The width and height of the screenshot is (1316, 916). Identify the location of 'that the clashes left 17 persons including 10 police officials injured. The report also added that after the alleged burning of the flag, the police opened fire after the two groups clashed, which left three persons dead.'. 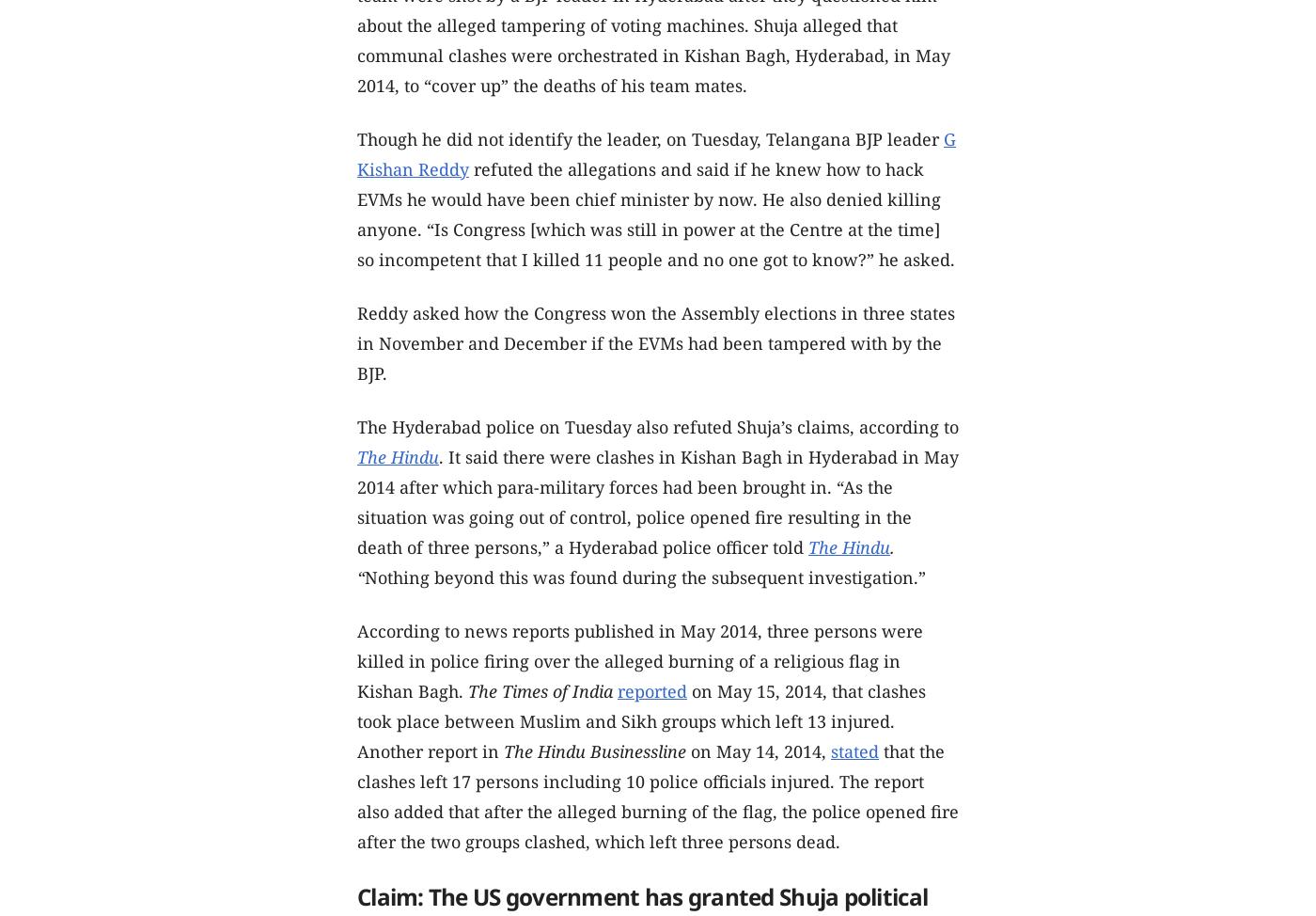
(356, 796).